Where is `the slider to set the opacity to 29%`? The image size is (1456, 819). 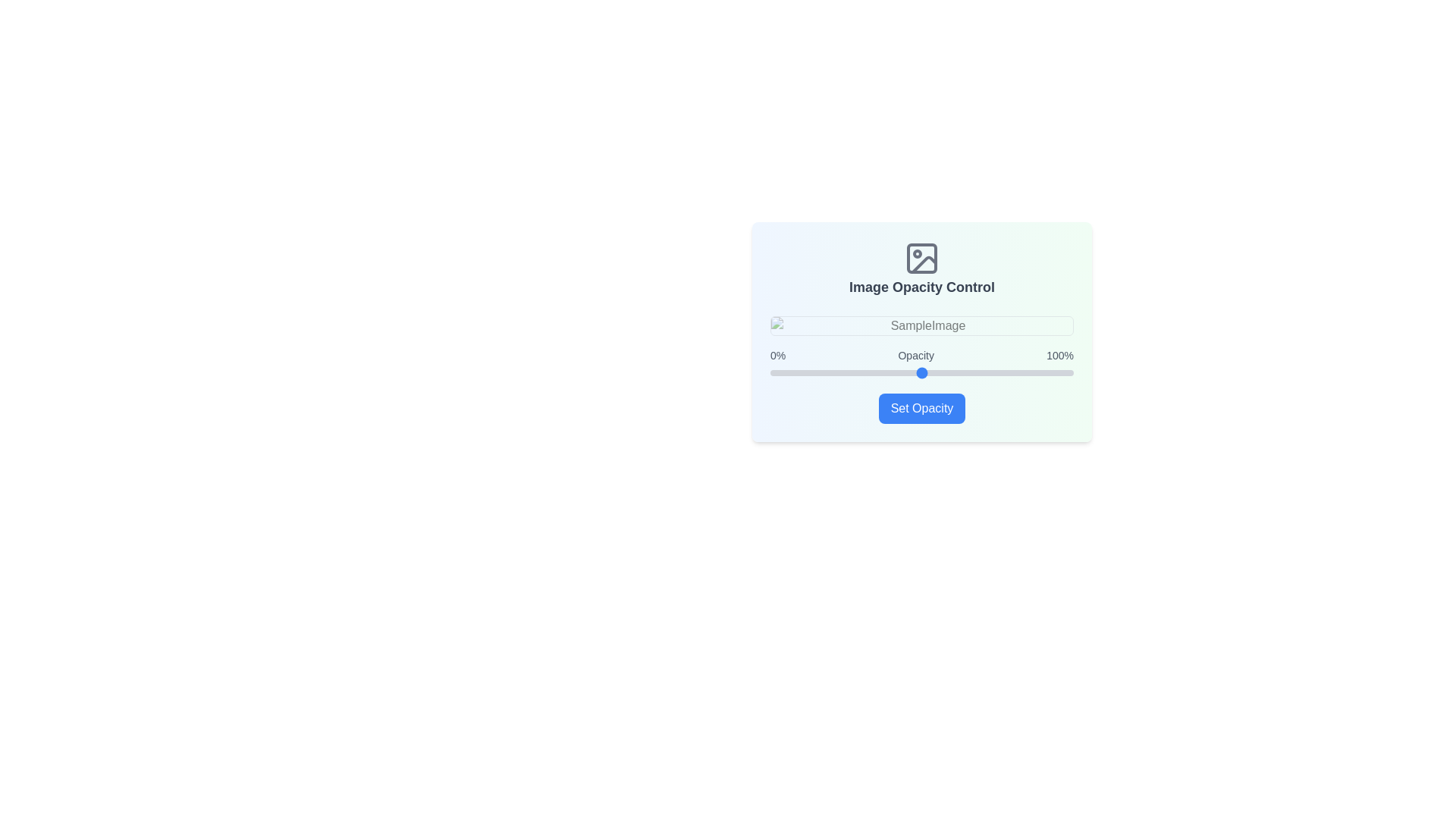 the slider to set the opacity to 29% is located at coordinates (858, 373).